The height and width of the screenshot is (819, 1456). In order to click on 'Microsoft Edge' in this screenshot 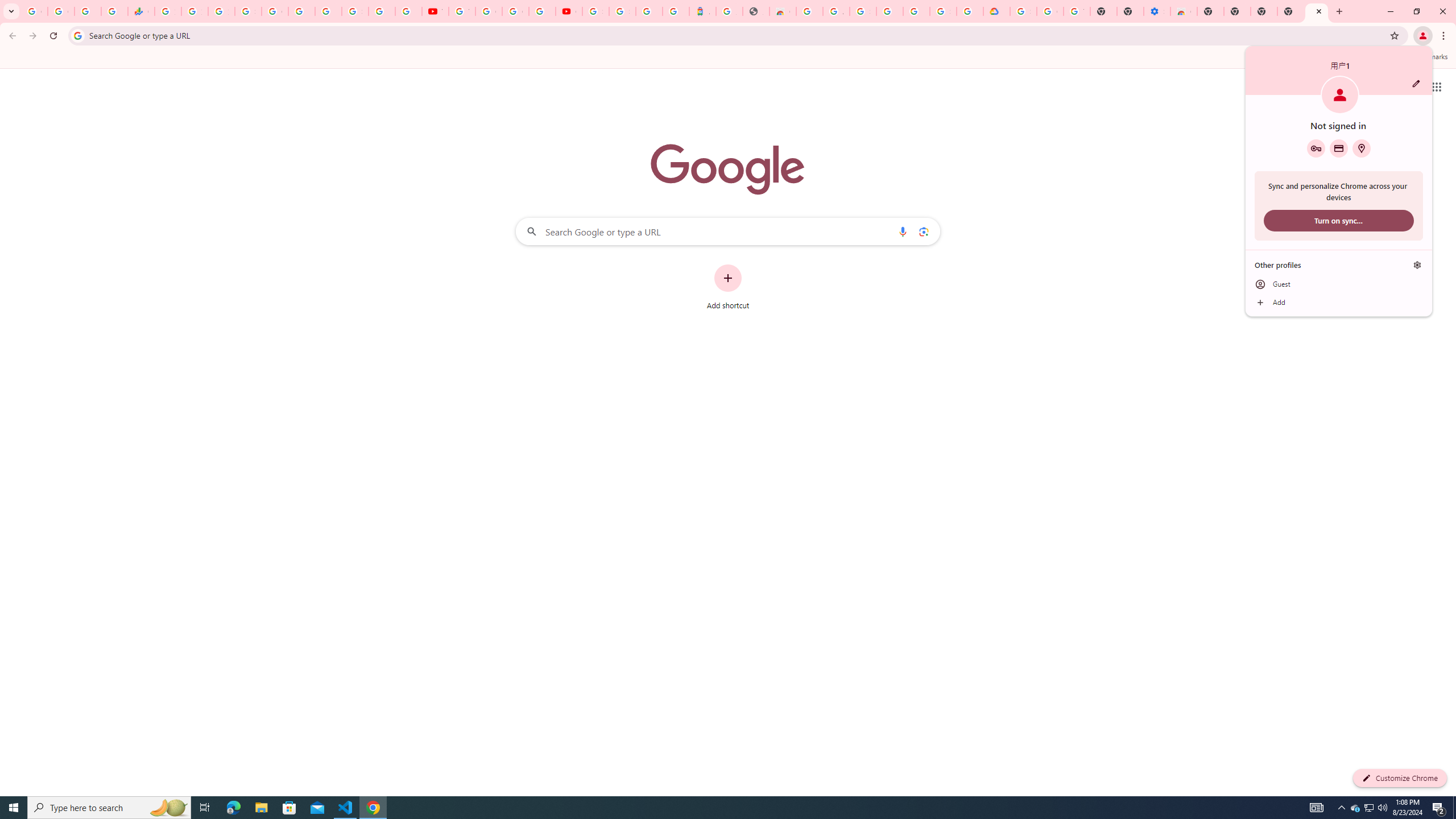, I will do `click(233, 806)`.